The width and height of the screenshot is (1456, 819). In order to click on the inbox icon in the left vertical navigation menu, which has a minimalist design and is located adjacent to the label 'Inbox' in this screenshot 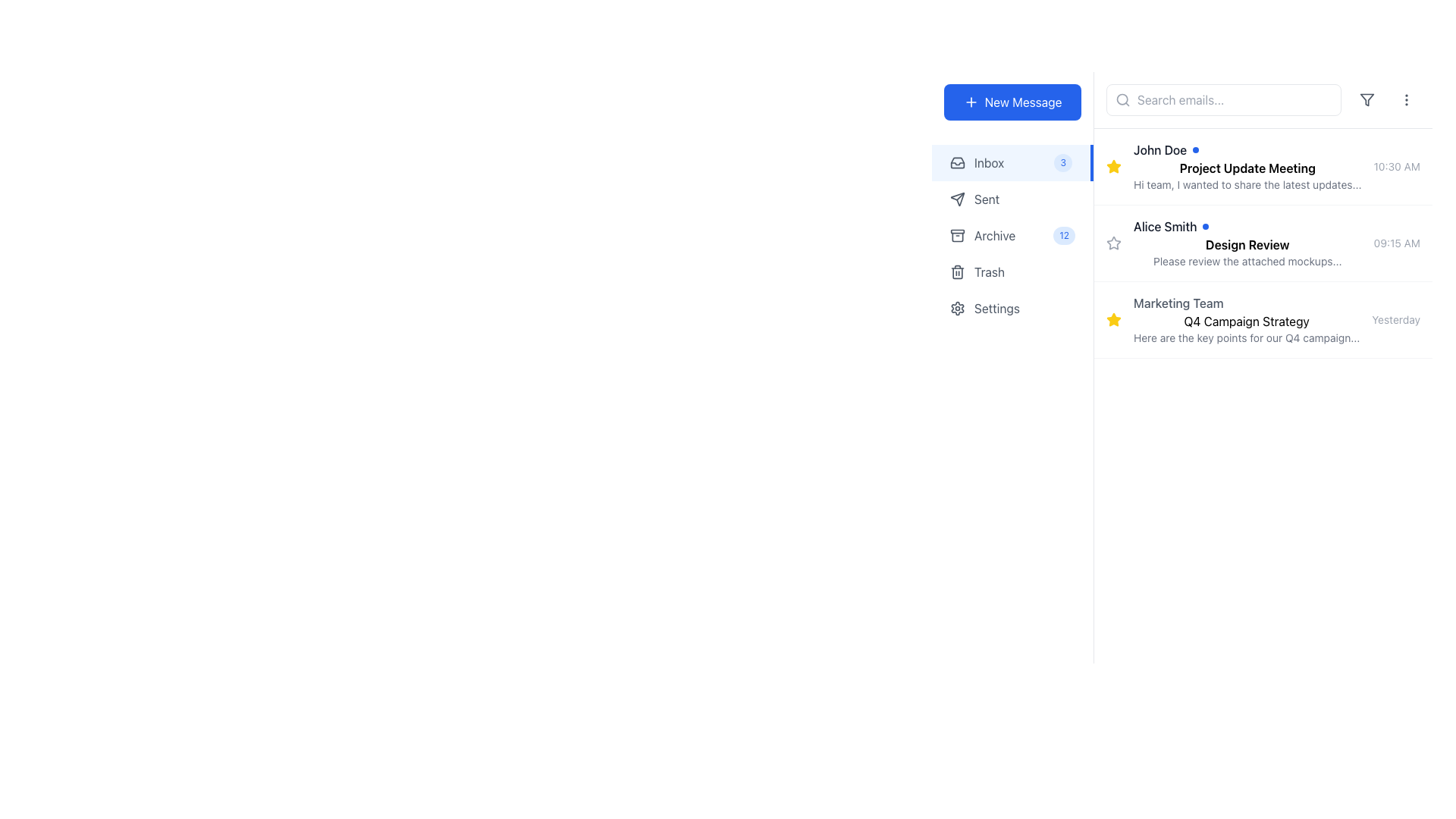, I will do `click(956, 163)`.